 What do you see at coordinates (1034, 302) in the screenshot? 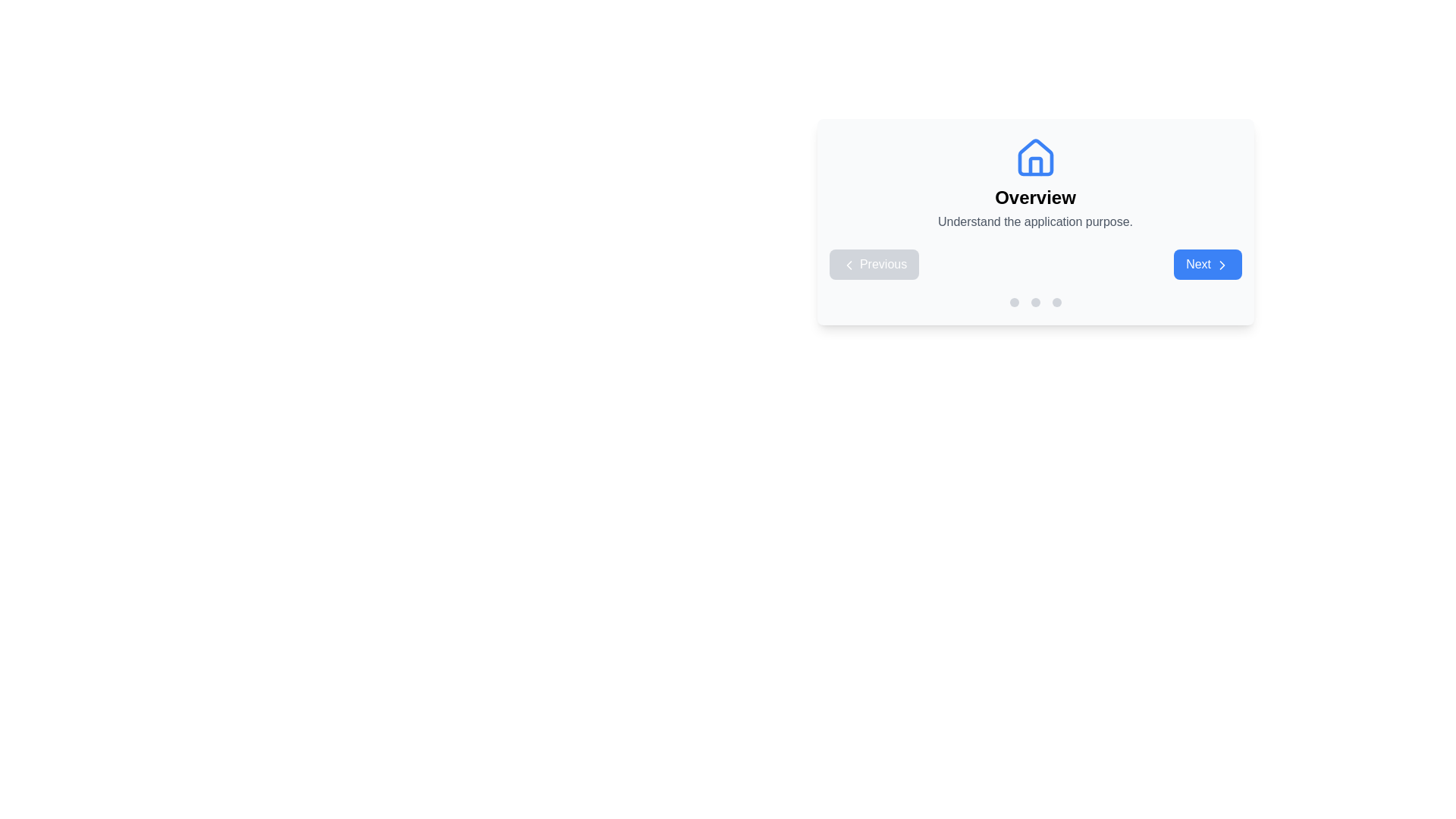
I see `the Pagination indicator circles, which are located at the bottom of the card-like component containing the title 'Overview' and navigation buttons 'Previous' and 'Next'` at bounding box center [1034, 302].